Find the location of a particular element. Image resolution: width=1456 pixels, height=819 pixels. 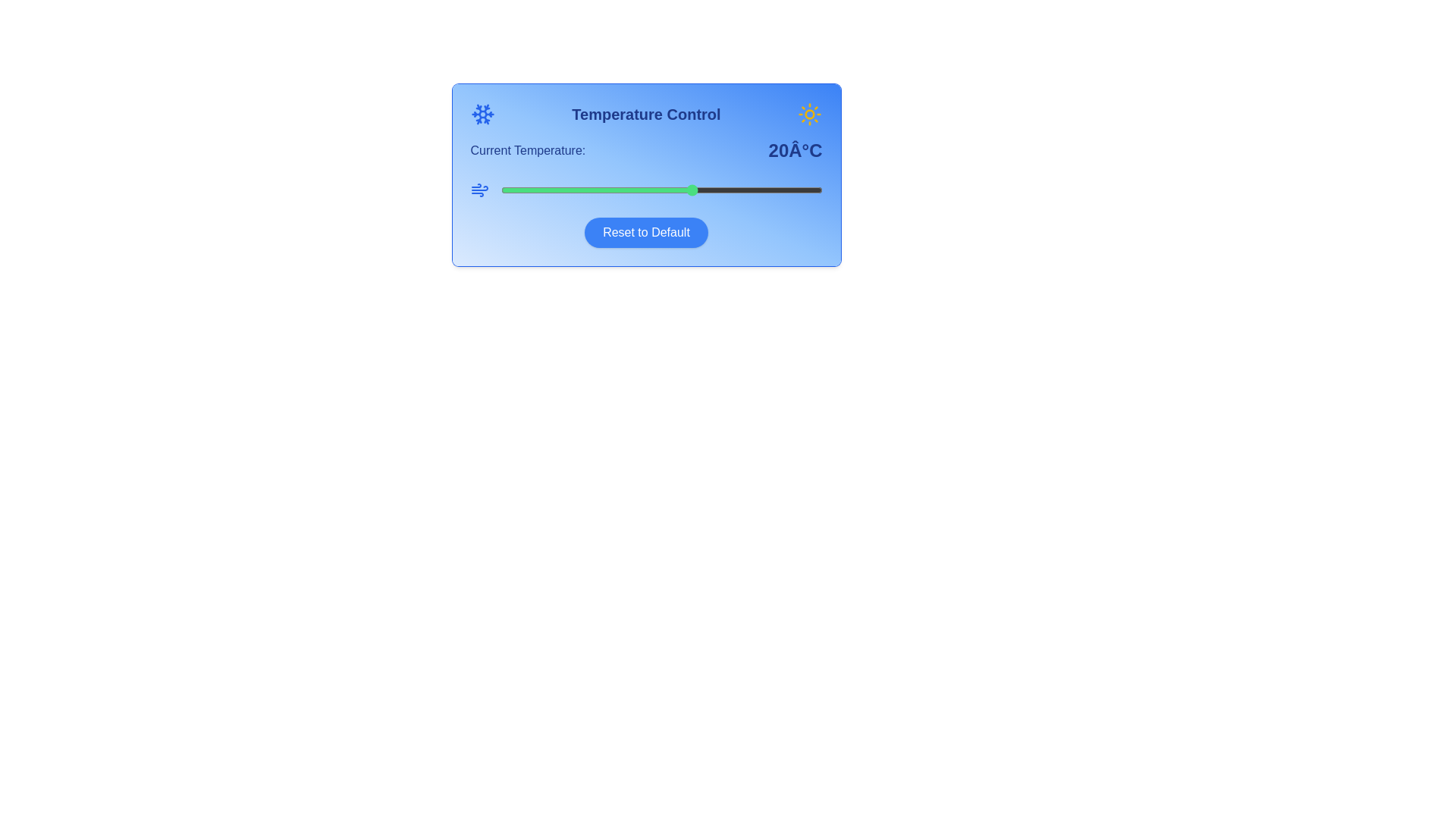

the temperature slider is located at coordinates (673, 189).